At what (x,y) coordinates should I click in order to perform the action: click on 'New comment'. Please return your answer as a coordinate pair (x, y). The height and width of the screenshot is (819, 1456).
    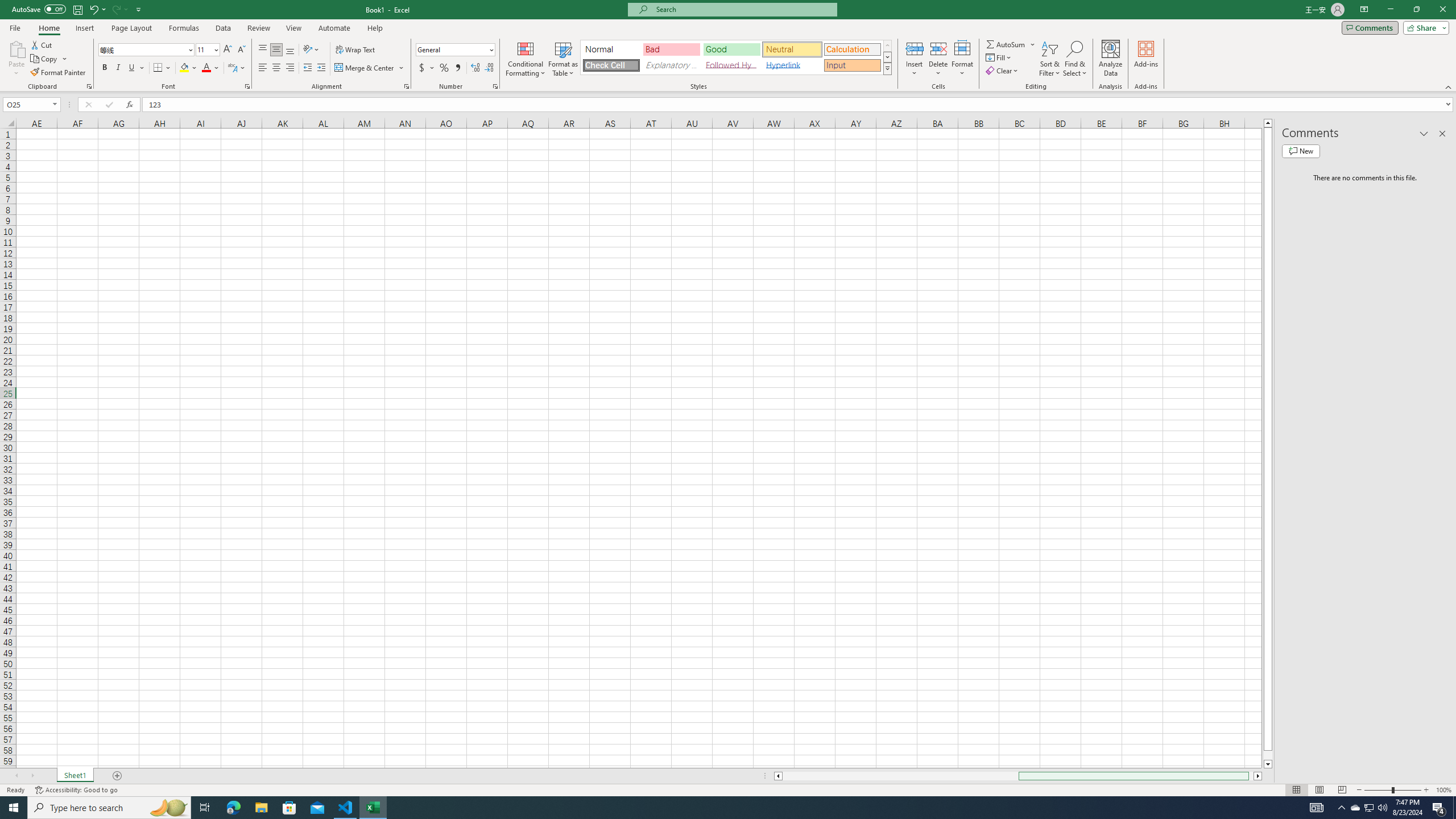
    Looking at the image, I should click on (1300, 150).